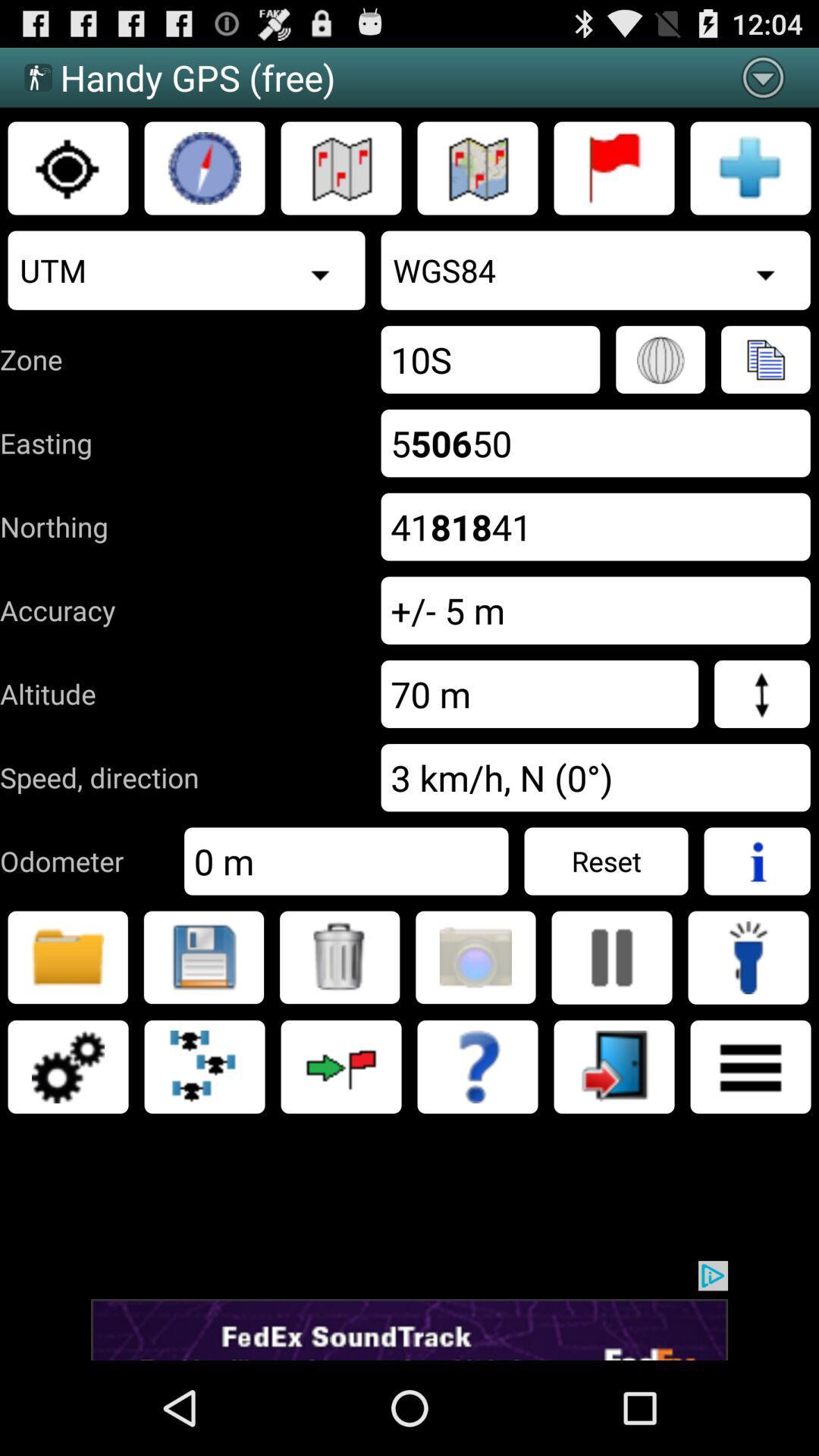 The height and width of the screenshot is (1456, 819). I want to click on map button, so click(476, 168).